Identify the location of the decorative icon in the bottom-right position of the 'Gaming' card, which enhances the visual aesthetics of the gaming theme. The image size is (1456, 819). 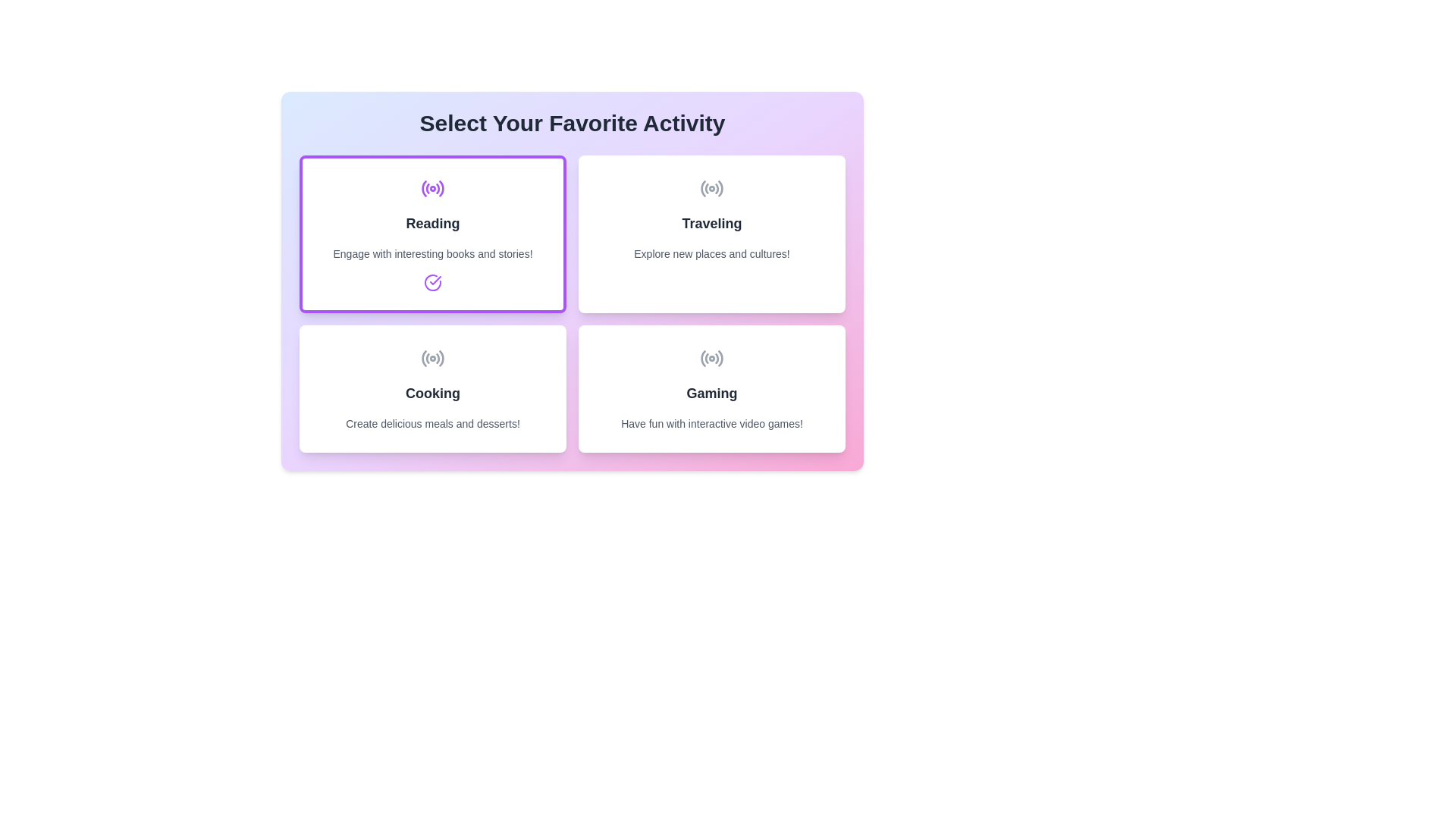
(711, 359).